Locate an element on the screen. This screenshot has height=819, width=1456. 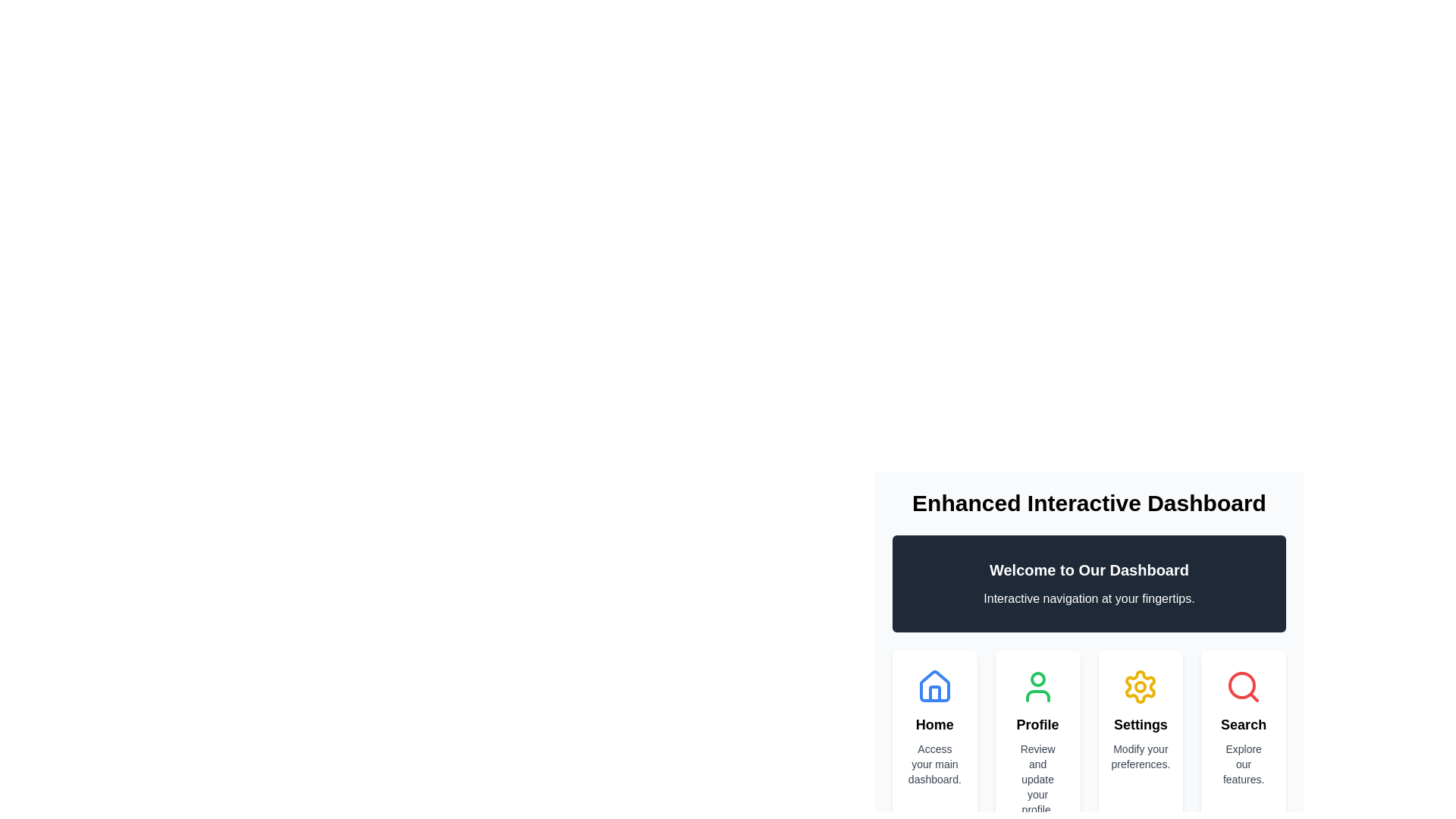
the vertical rectangle-like shape element of the house icon in the main navigation area, located above the 'Home' label is located at coordinates (934, 693).